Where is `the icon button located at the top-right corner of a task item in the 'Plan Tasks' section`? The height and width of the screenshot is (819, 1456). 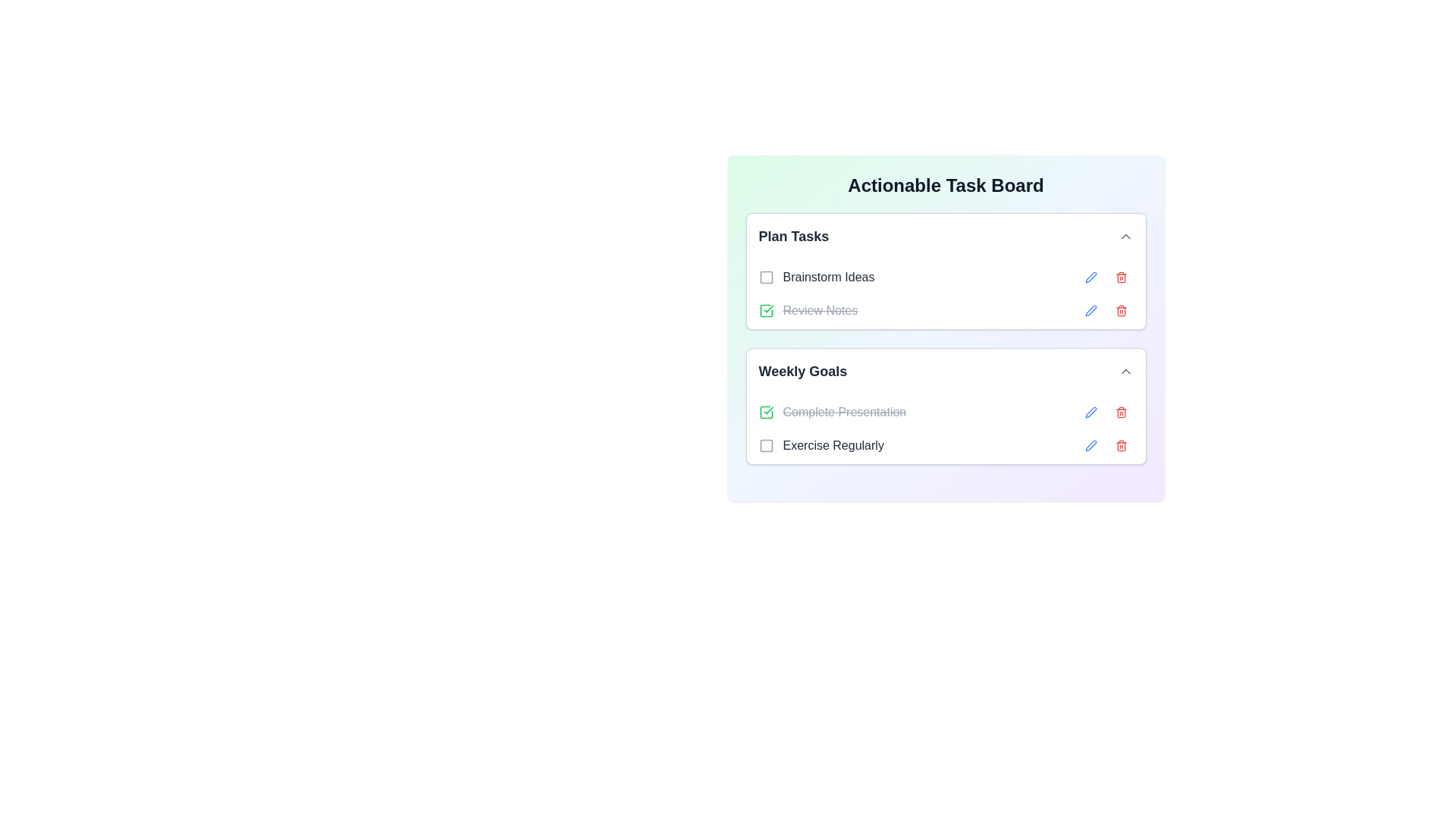
the icon button located at the top-right corner of a task item in the 'Plan Tasks' section is located at coordinates (1121, 309).